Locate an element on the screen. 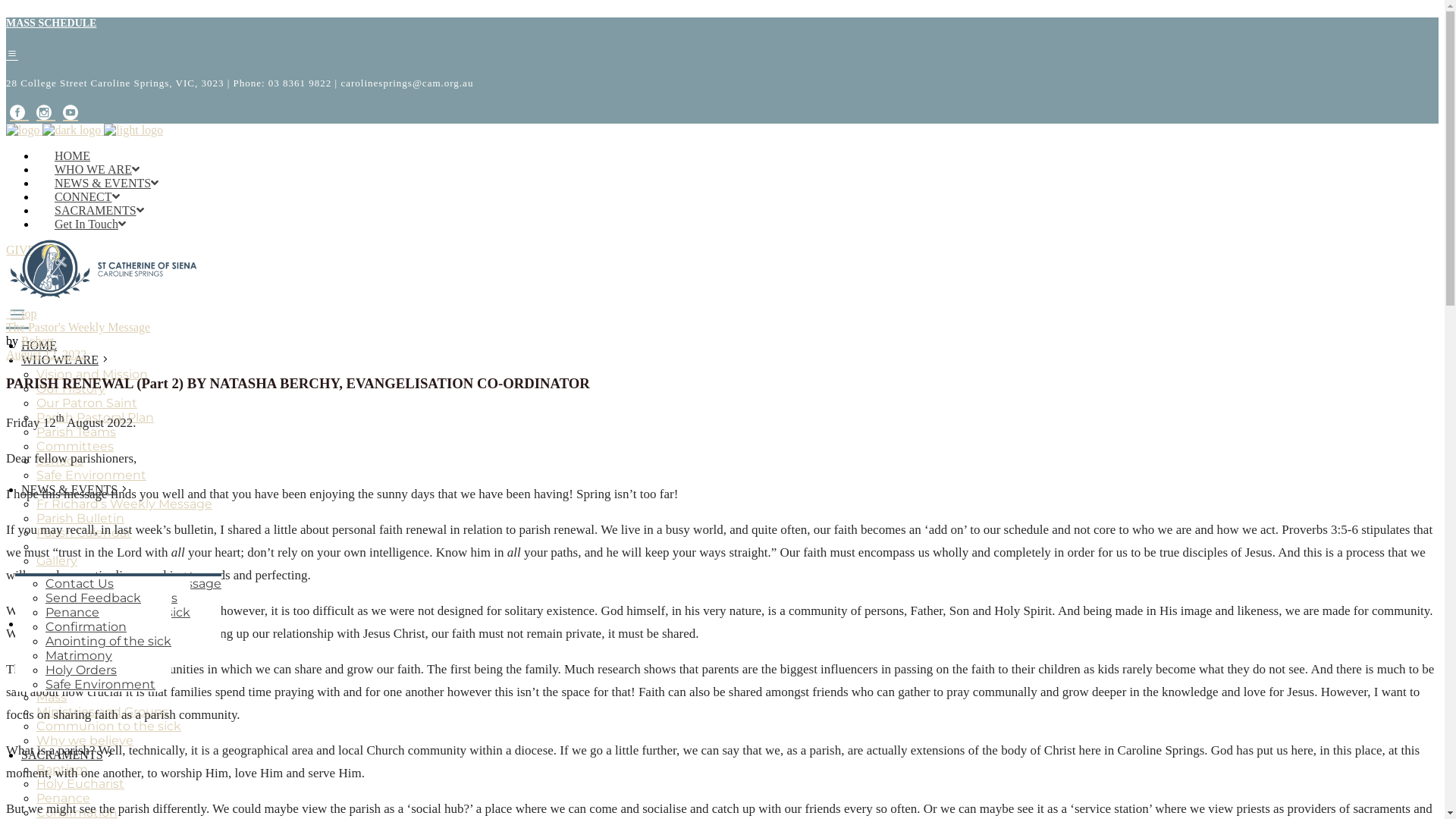  'Safe Environment' is located at coordinates (90, 474).